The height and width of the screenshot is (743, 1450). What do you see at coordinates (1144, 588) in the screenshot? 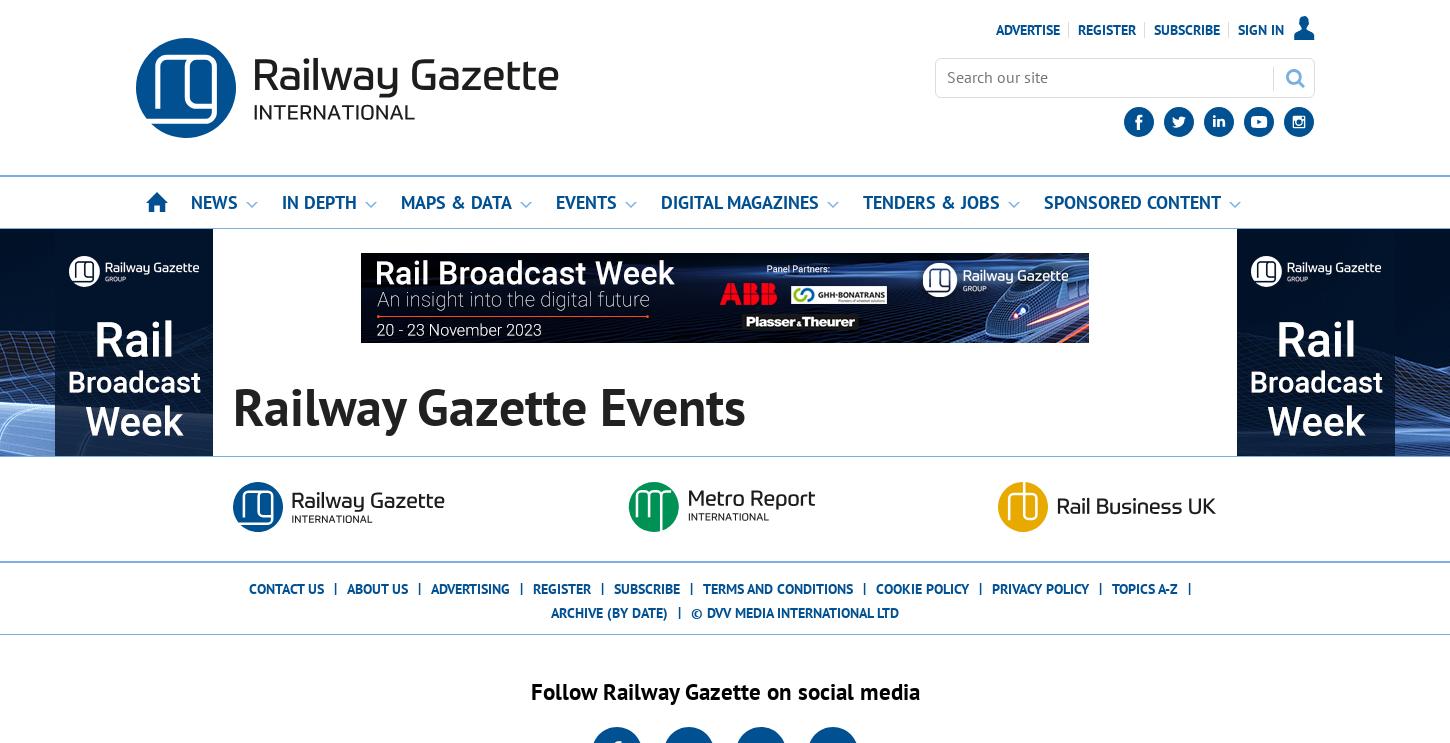
I see `'Topics A-Z'` at bounding box center [1144, 588].